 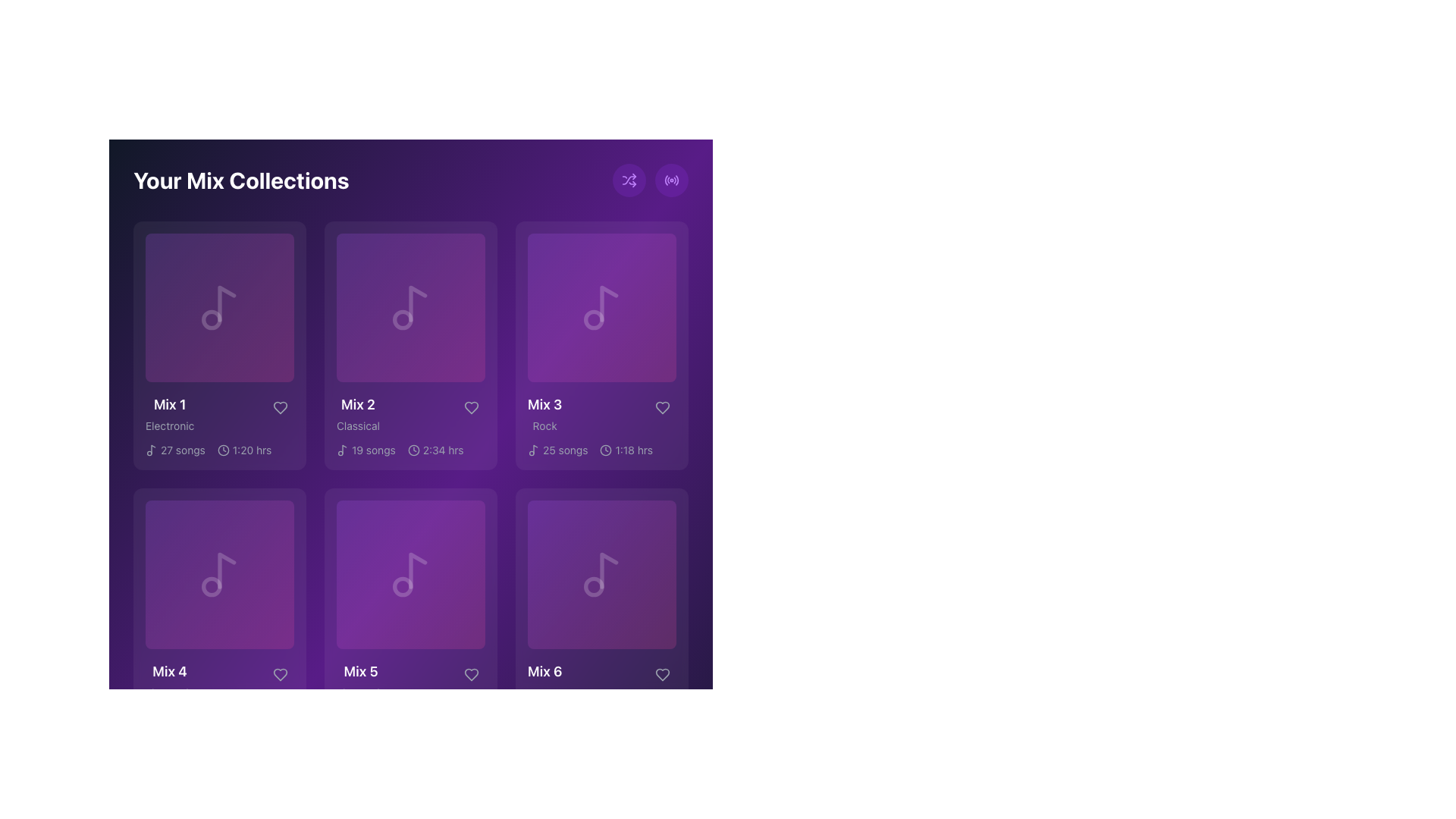 I want to click on the label displaying '19 songs' with a music note icon, located in the upper-middle card of the mix collection metadata section, so click(x=366, y=450).